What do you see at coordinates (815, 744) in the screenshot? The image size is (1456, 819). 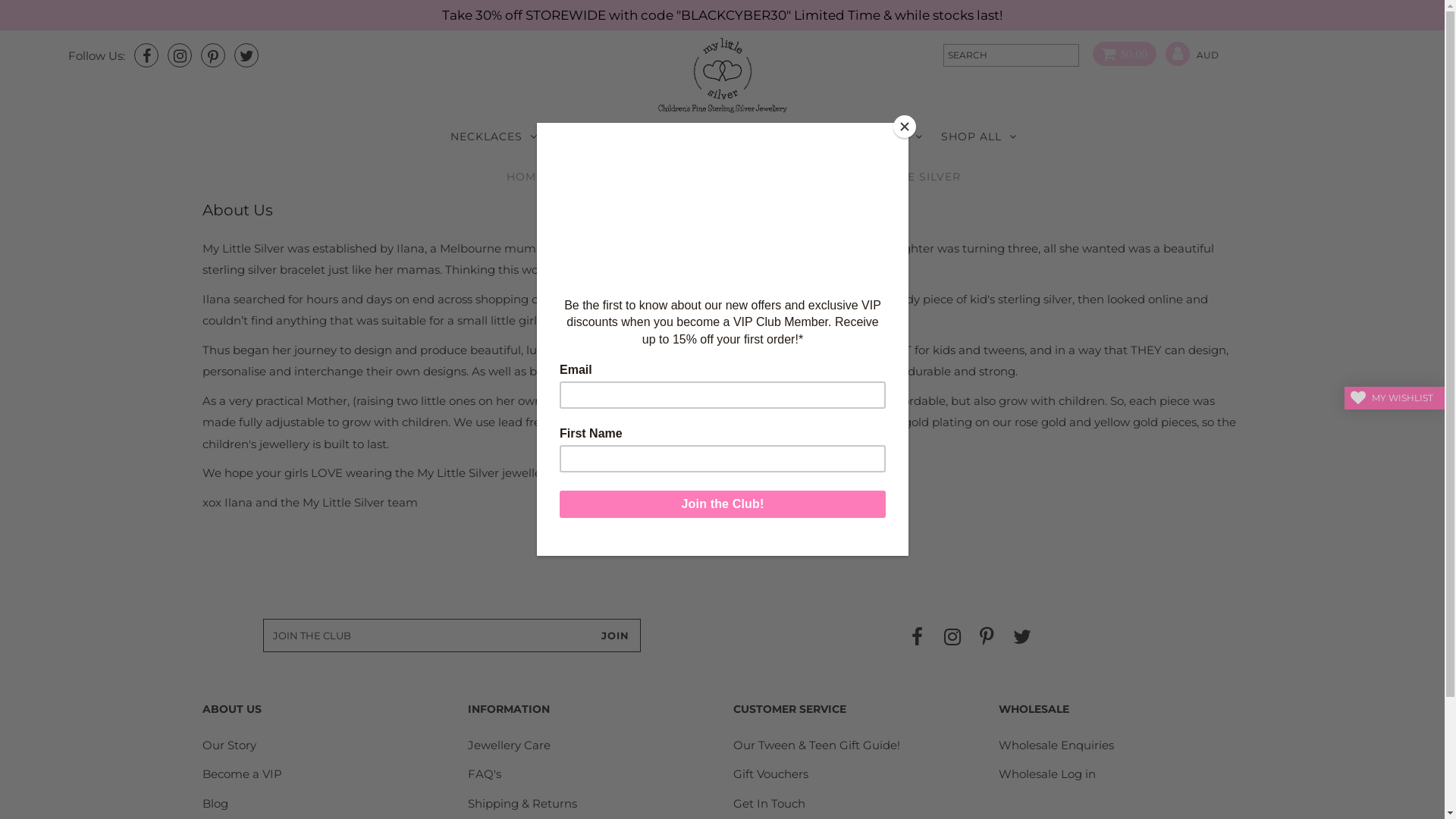 I see `'Our Tween & Teen Gift Guide!'` at bounding box center [815, 744].